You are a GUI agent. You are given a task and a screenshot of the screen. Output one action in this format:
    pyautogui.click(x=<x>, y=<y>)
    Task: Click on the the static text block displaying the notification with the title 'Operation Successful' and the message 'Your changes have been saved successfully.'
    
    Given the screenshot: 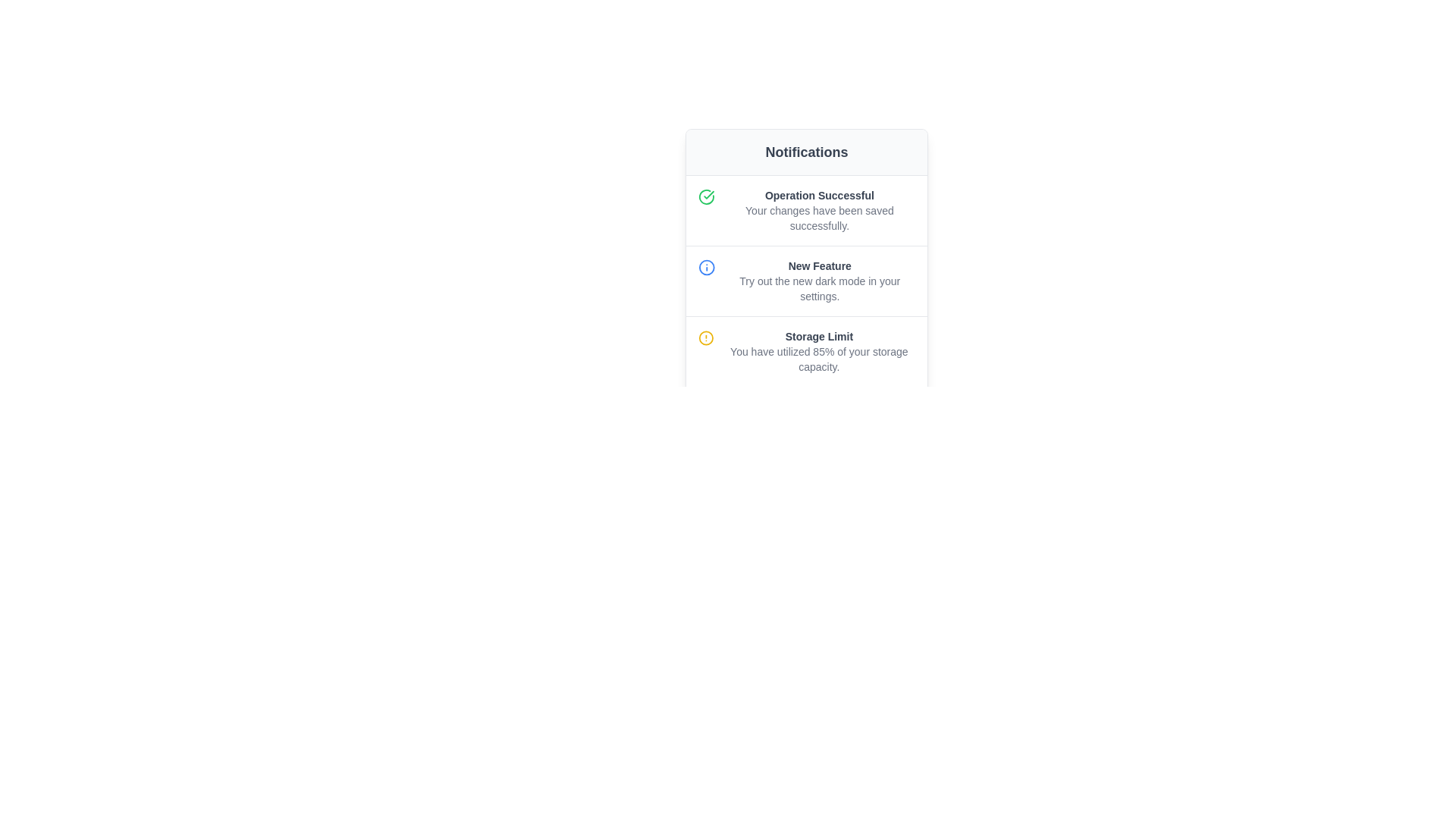 What is the action you would take?
    pyautogui.click(x=818, y=210)
    